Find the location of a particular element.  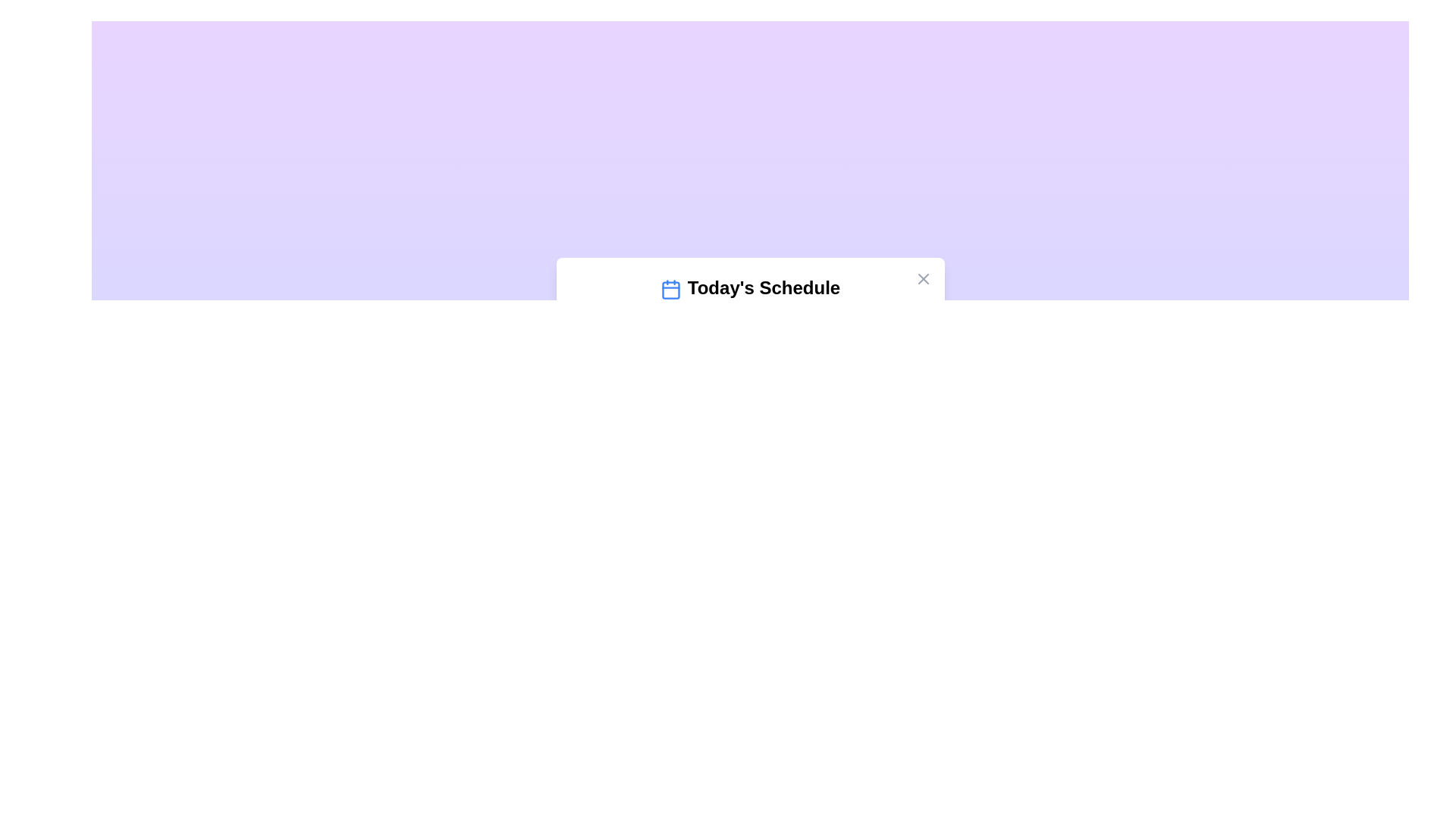

the close icon button located at the top-right corner of the 'Today's Schedule' card is located at coordinates (922, 278).